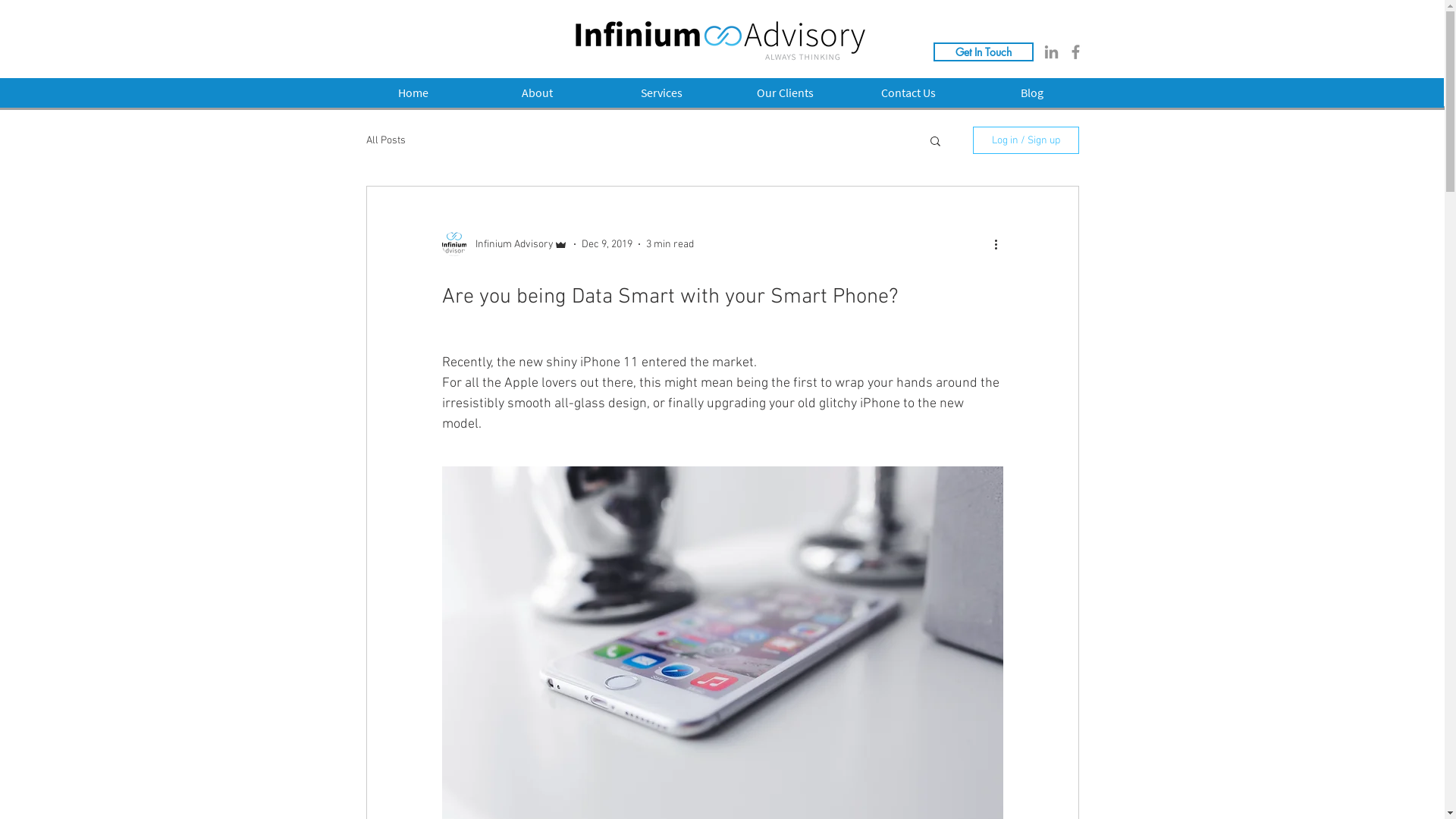 The height and width of the screenshot is (819, 1456). I want to click on 'Blog', so click(971, 93).